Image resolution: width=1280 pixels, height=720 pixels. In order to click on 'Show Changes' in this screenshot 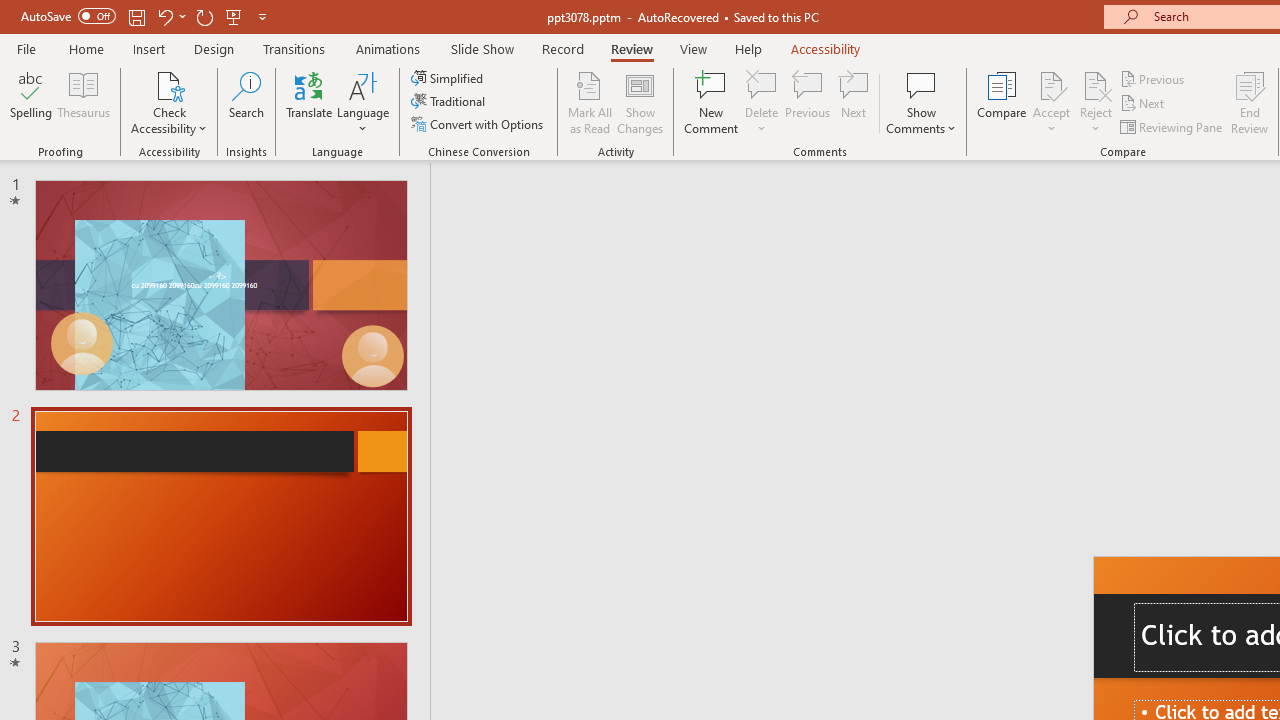, I will do `click(640, 103)`.